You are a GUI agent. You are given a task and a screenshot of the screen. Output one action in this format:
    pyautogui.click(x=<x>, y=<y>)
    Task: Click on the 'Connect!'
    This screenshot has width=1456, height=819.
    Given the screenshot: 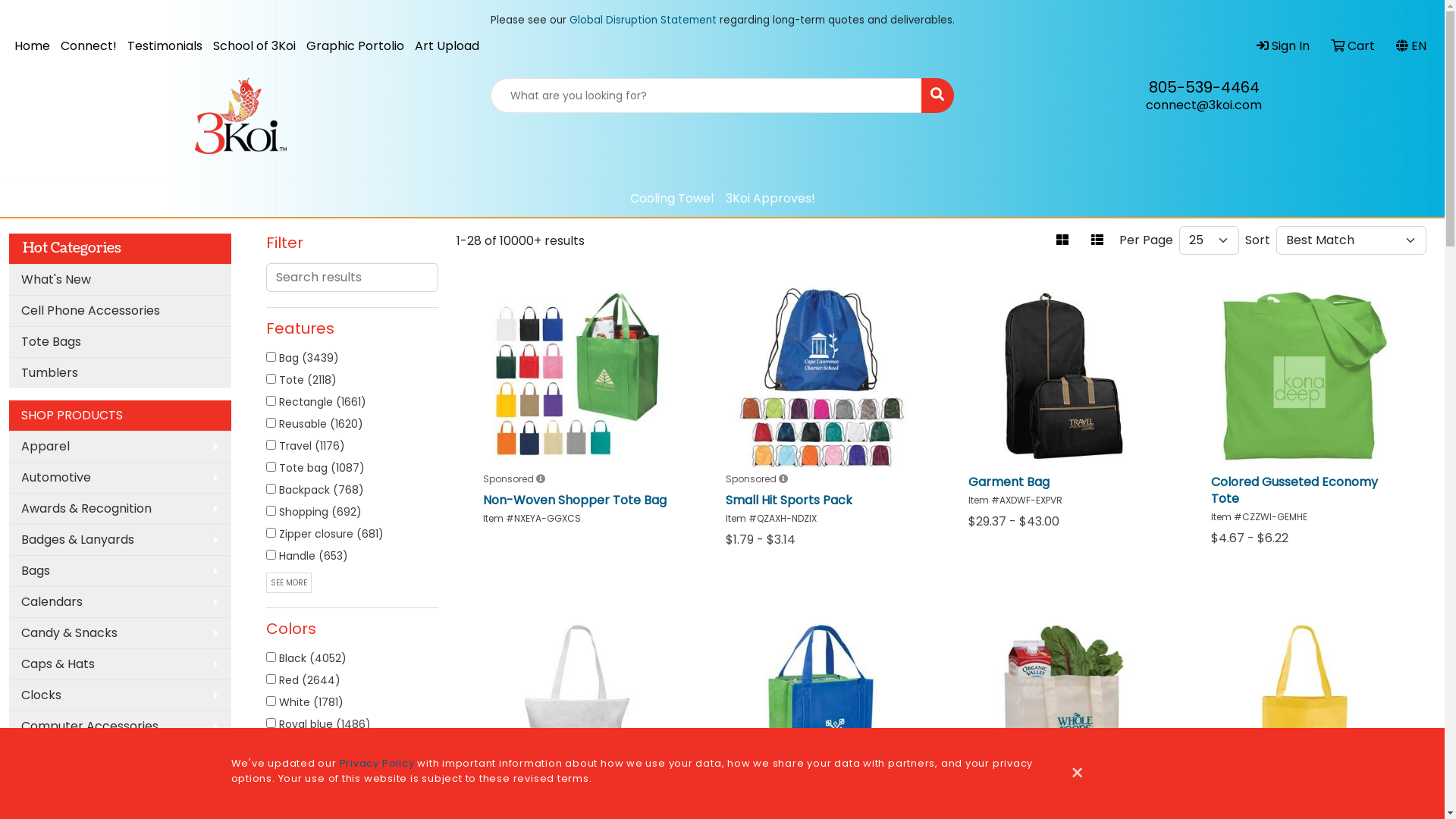 What is the action you would take?
    pyautogui.click(x=55, y=45)
    